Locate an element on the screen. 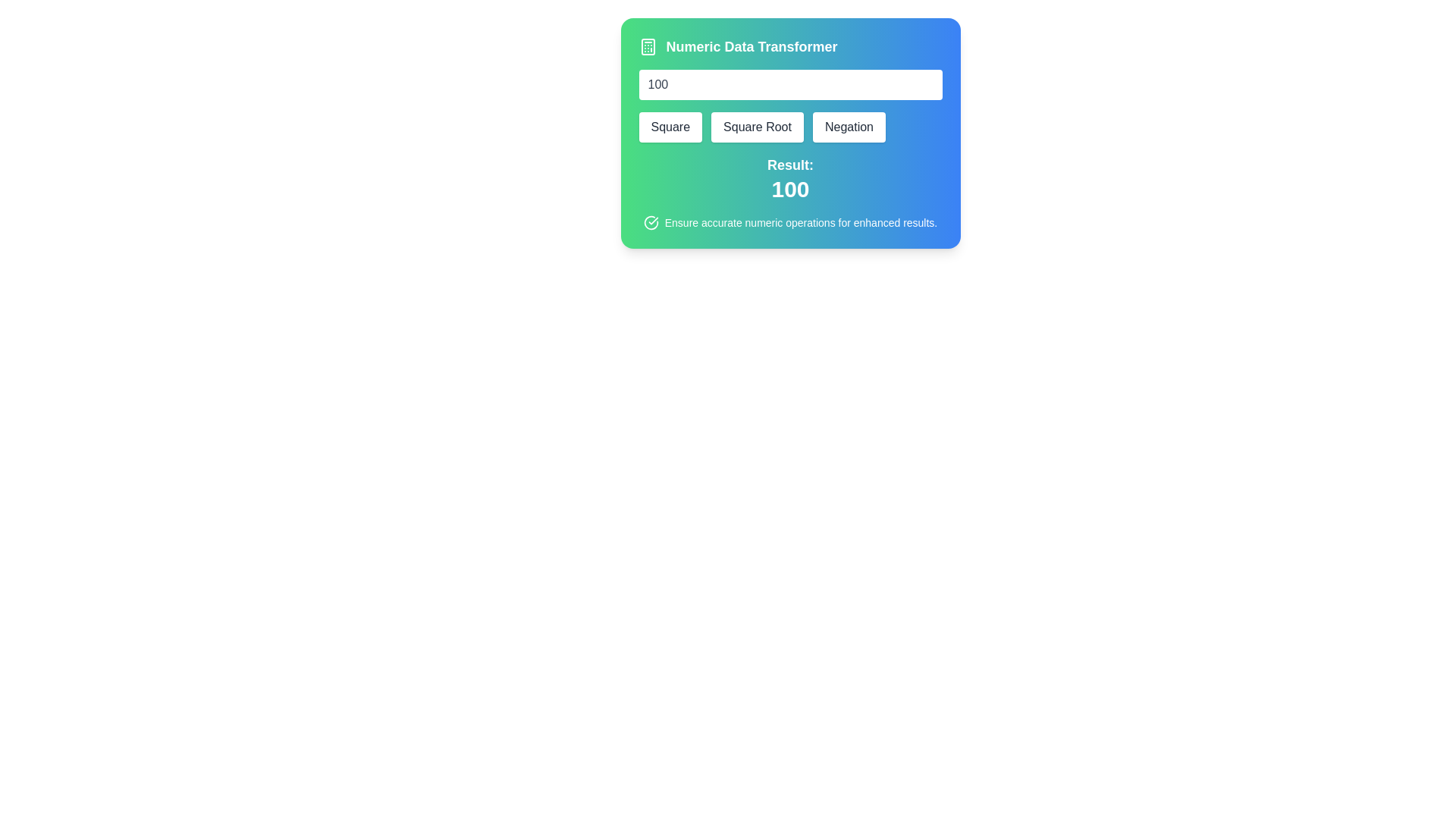  the static text display that shows the computed numeric result, positioned below the 'Result:' label in the 'Numeric Data Transformer' panel is located at coordinates (789, 189).